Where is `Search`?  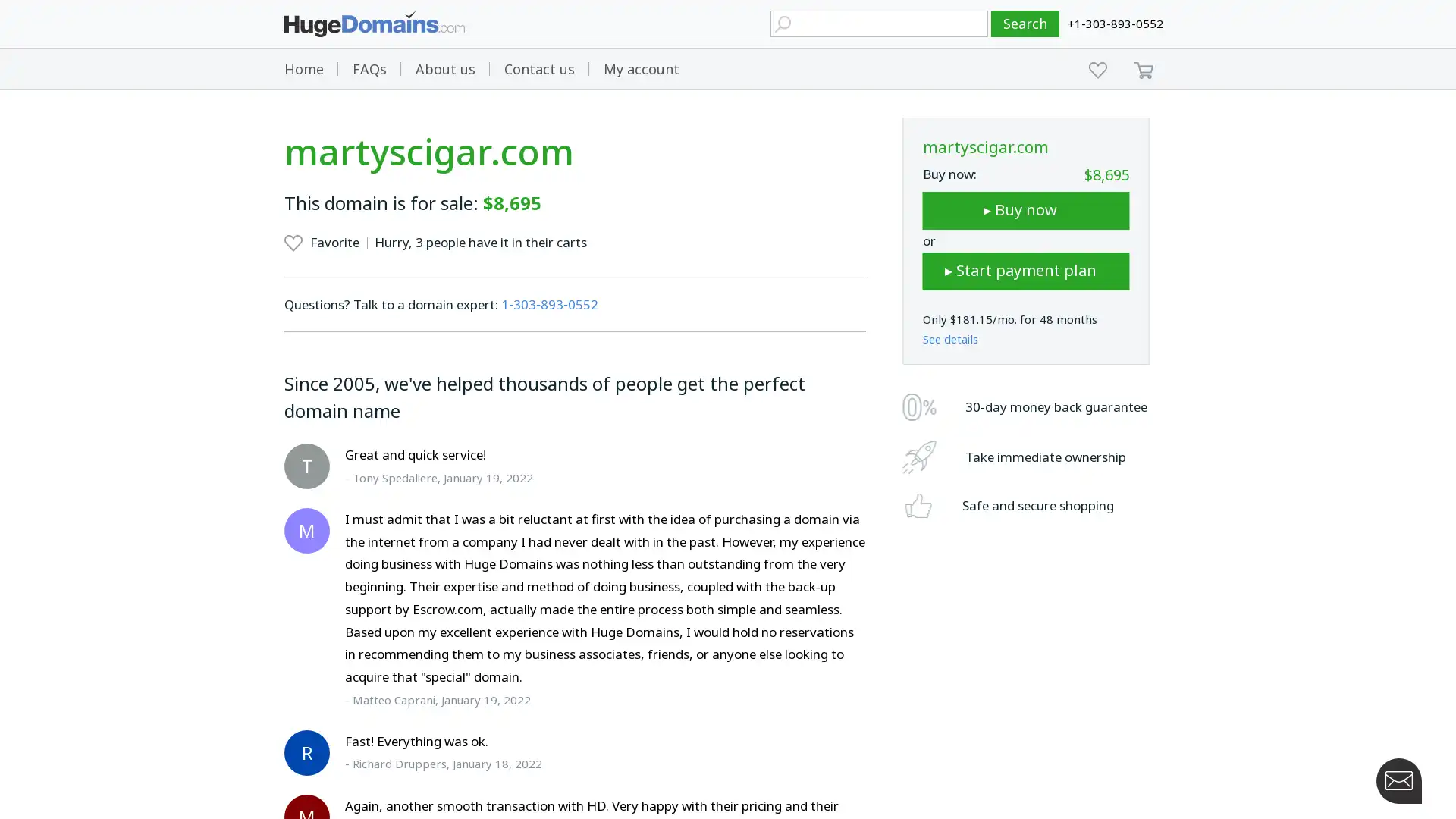 Search is located at coordinates (1025, 24).